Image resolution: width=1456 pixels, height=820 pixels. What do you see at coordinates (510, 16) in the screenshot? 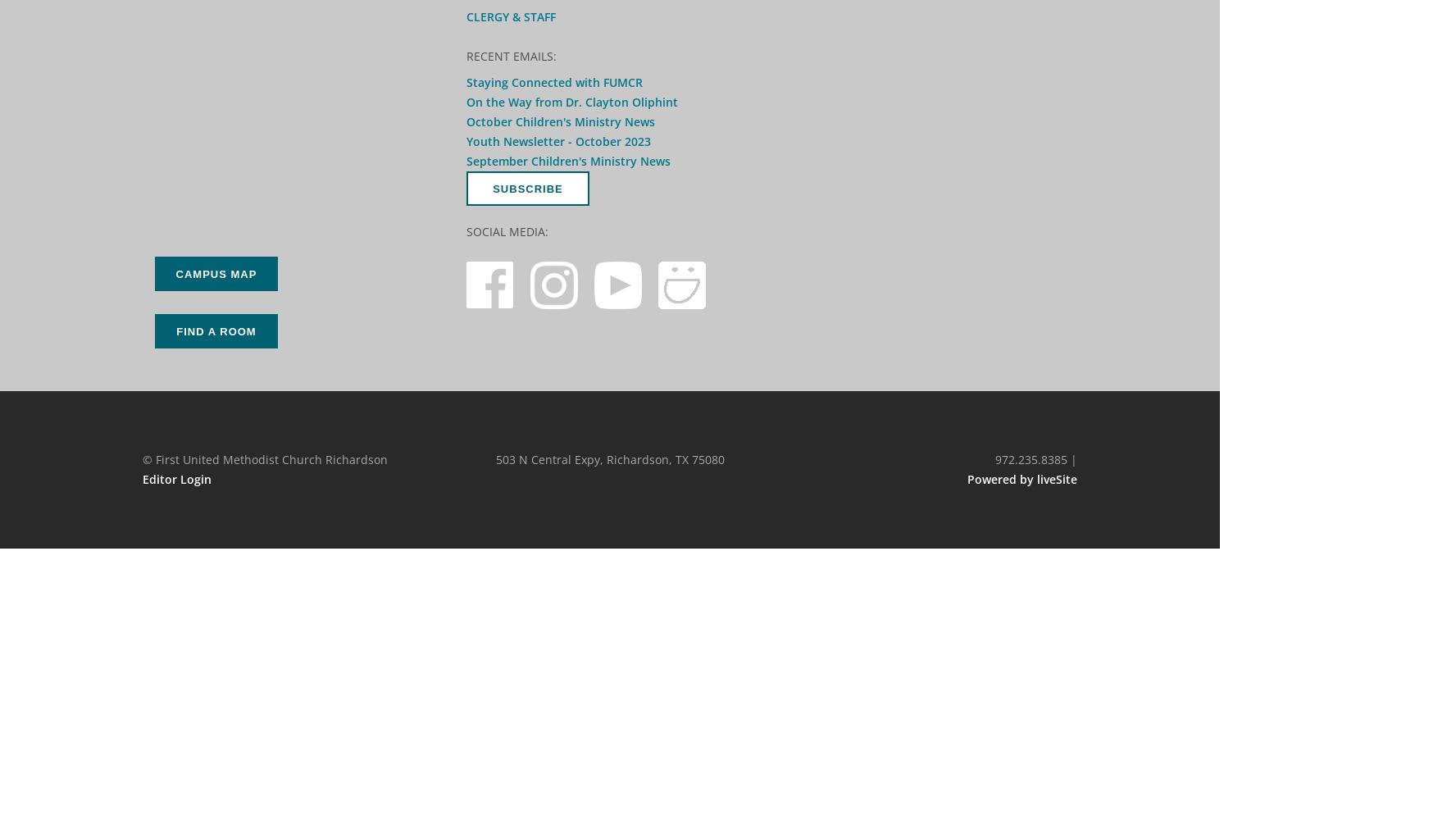
I see `'Clergy & Staff'` at bounding box center [510, 16].